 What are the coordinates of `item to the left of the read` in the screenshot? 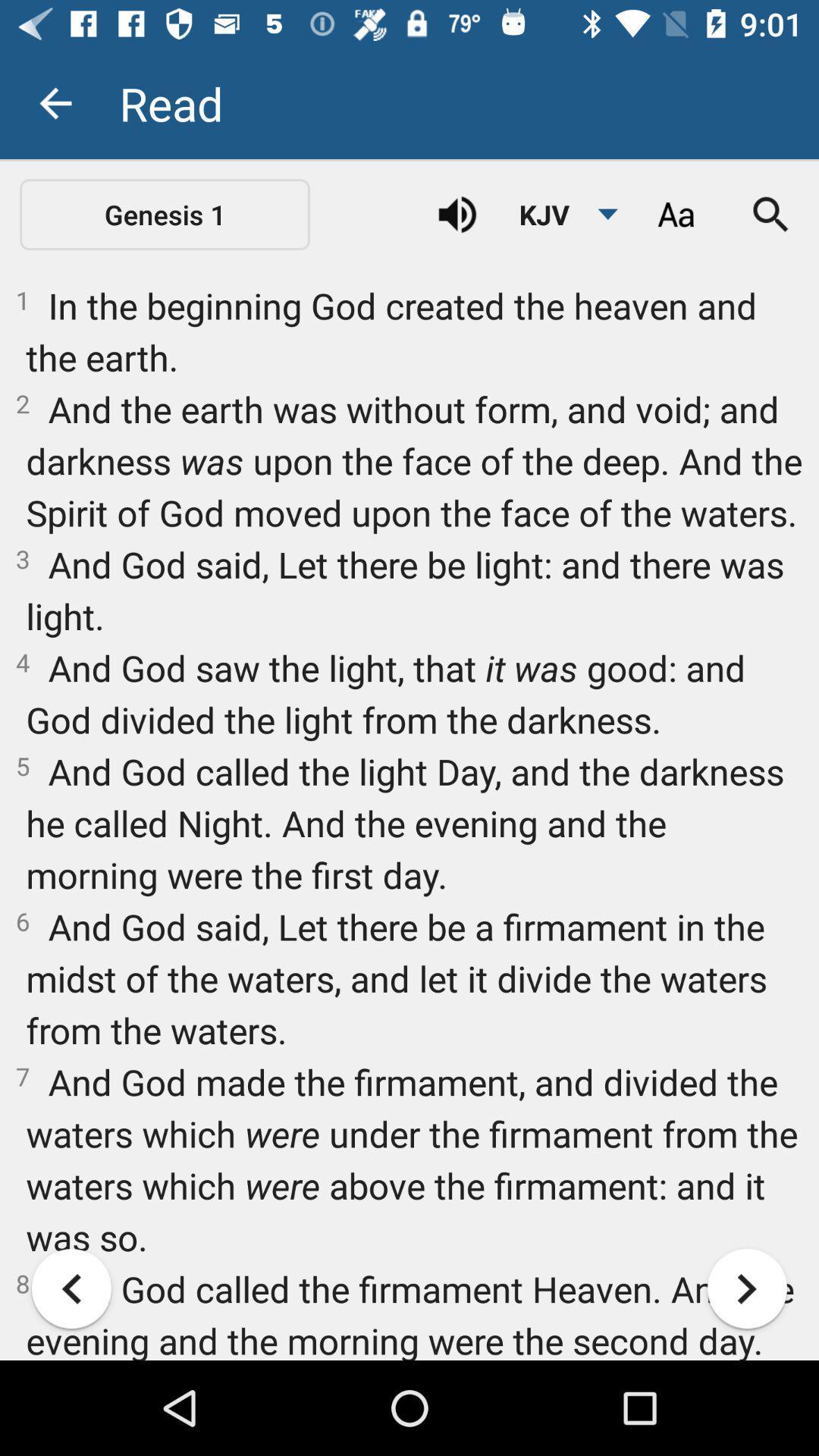 It's located at (55, 102).